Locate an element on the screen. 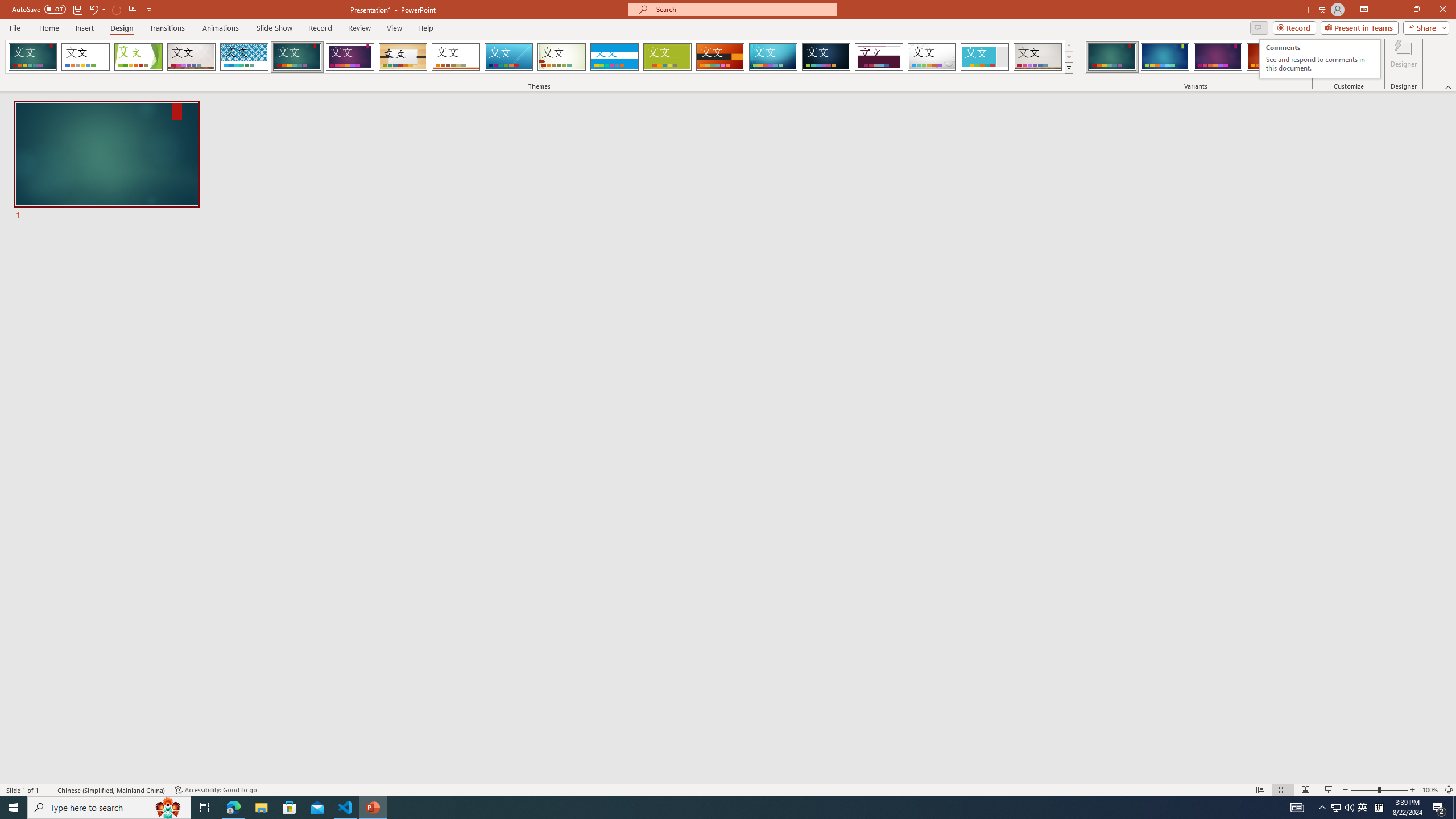  'Organic Loading Preview...' is located at coordinates (403, 56).